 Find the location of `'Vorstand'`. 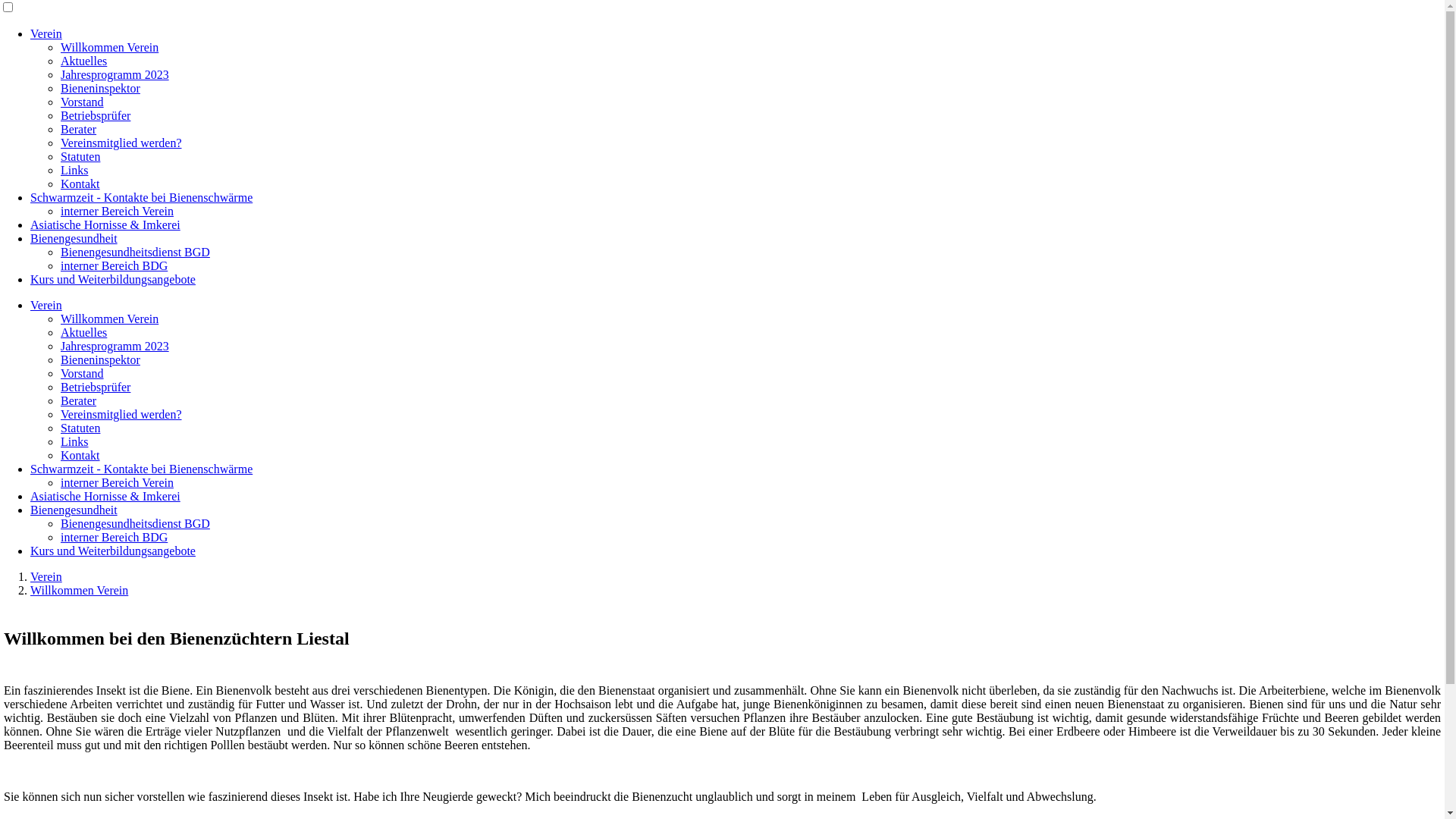

'Vorstand' is located at coordinates (81, 102).